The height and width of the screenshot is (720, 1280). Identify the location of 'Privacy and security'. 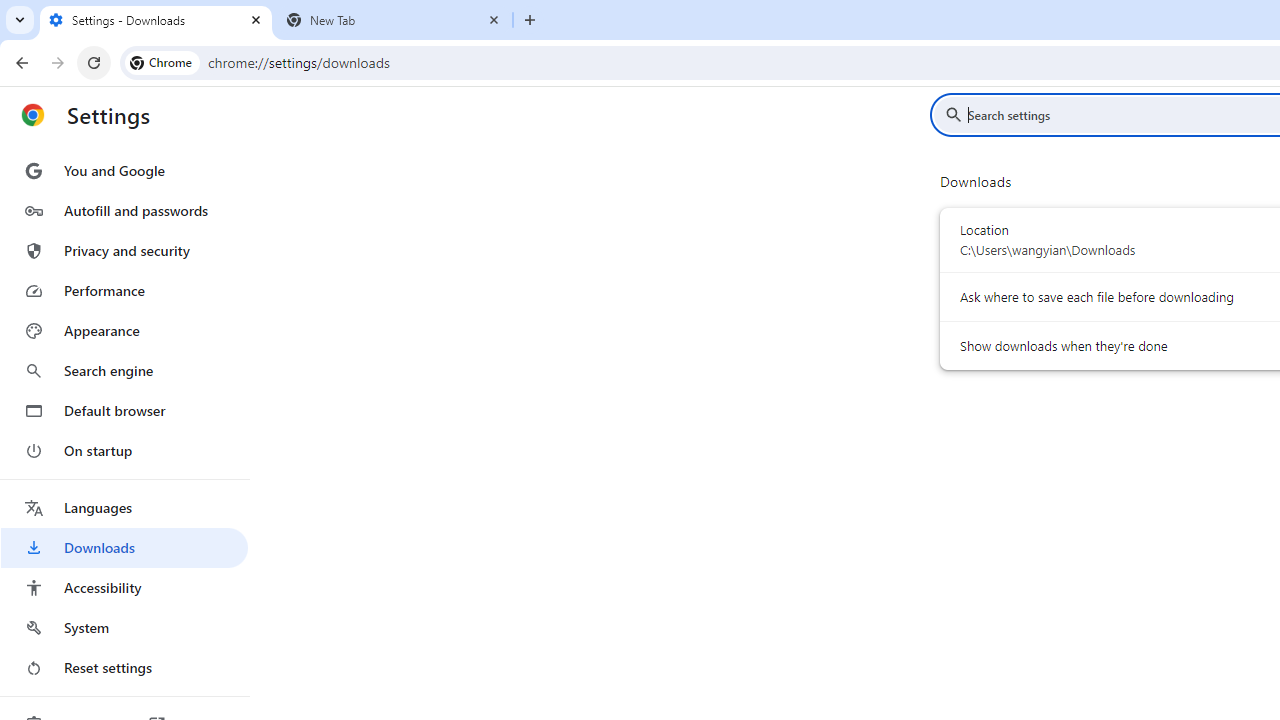
(123, 249).